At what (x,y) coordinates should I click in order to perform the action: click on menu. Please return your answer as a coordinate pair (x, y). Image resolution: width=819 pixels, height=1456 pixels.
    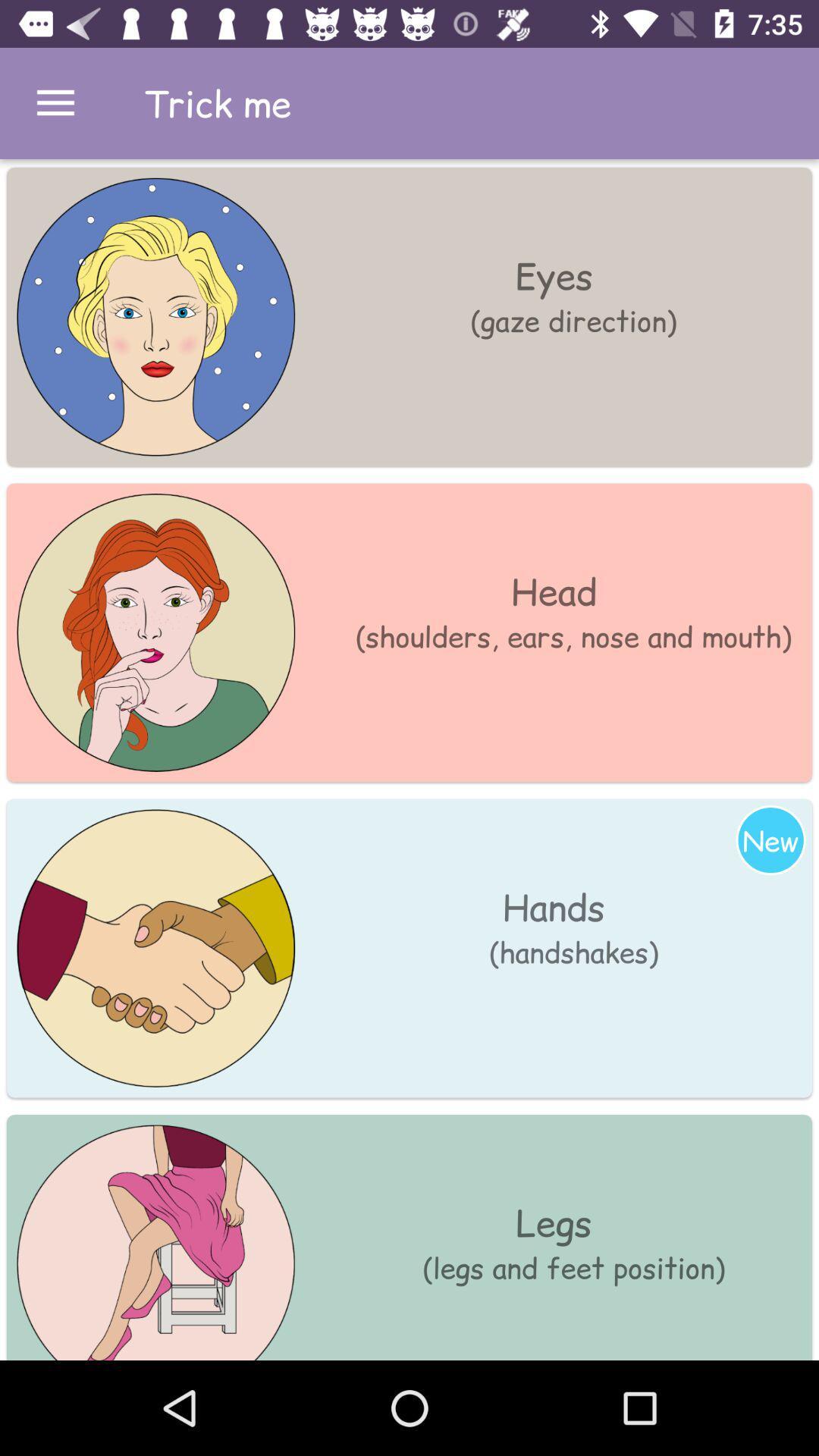
    Looking at the image, I should click on (55, 102).